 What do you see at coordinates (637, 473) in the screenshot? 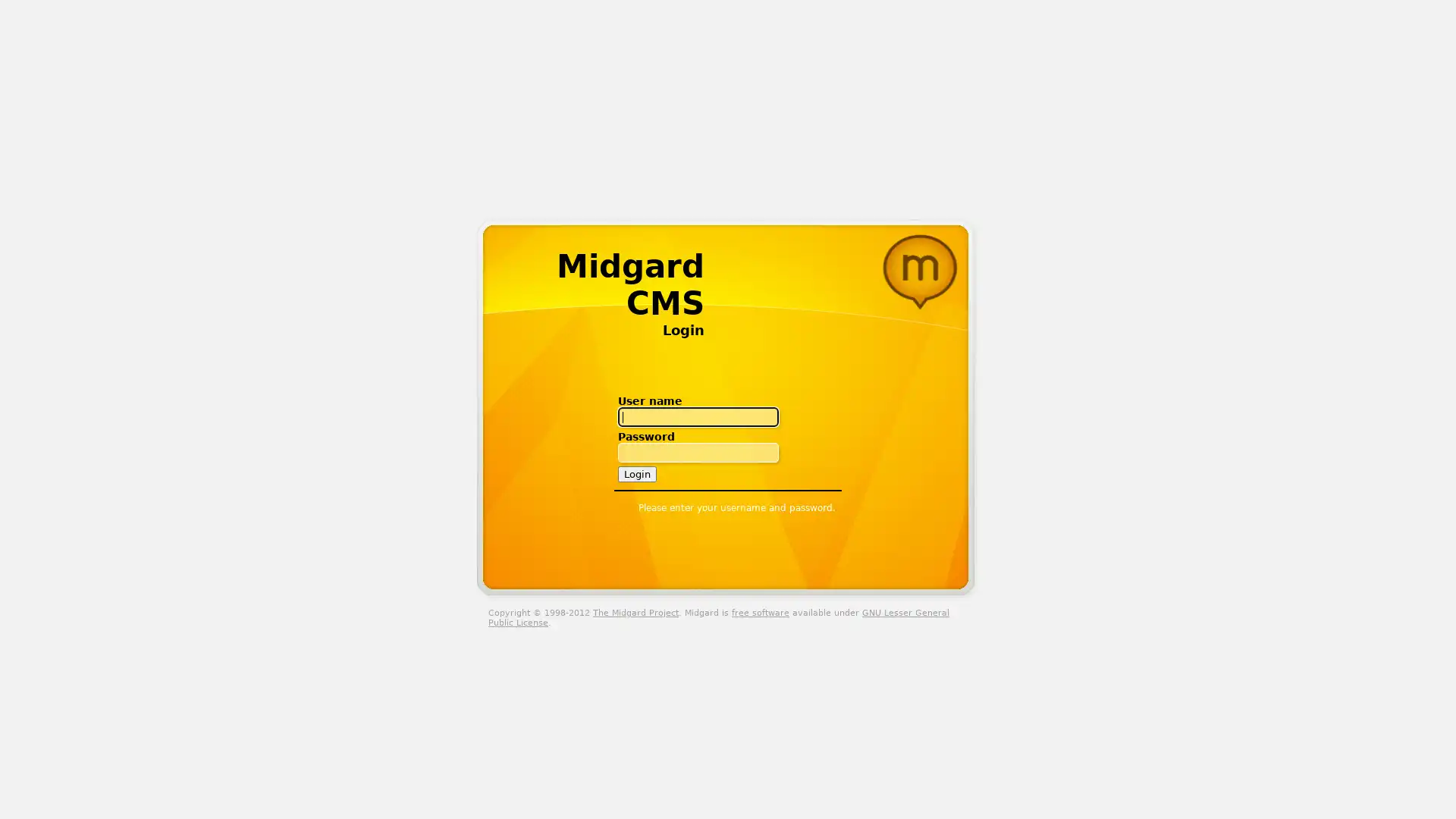
I see `Login` at bounding box center [637, 473].